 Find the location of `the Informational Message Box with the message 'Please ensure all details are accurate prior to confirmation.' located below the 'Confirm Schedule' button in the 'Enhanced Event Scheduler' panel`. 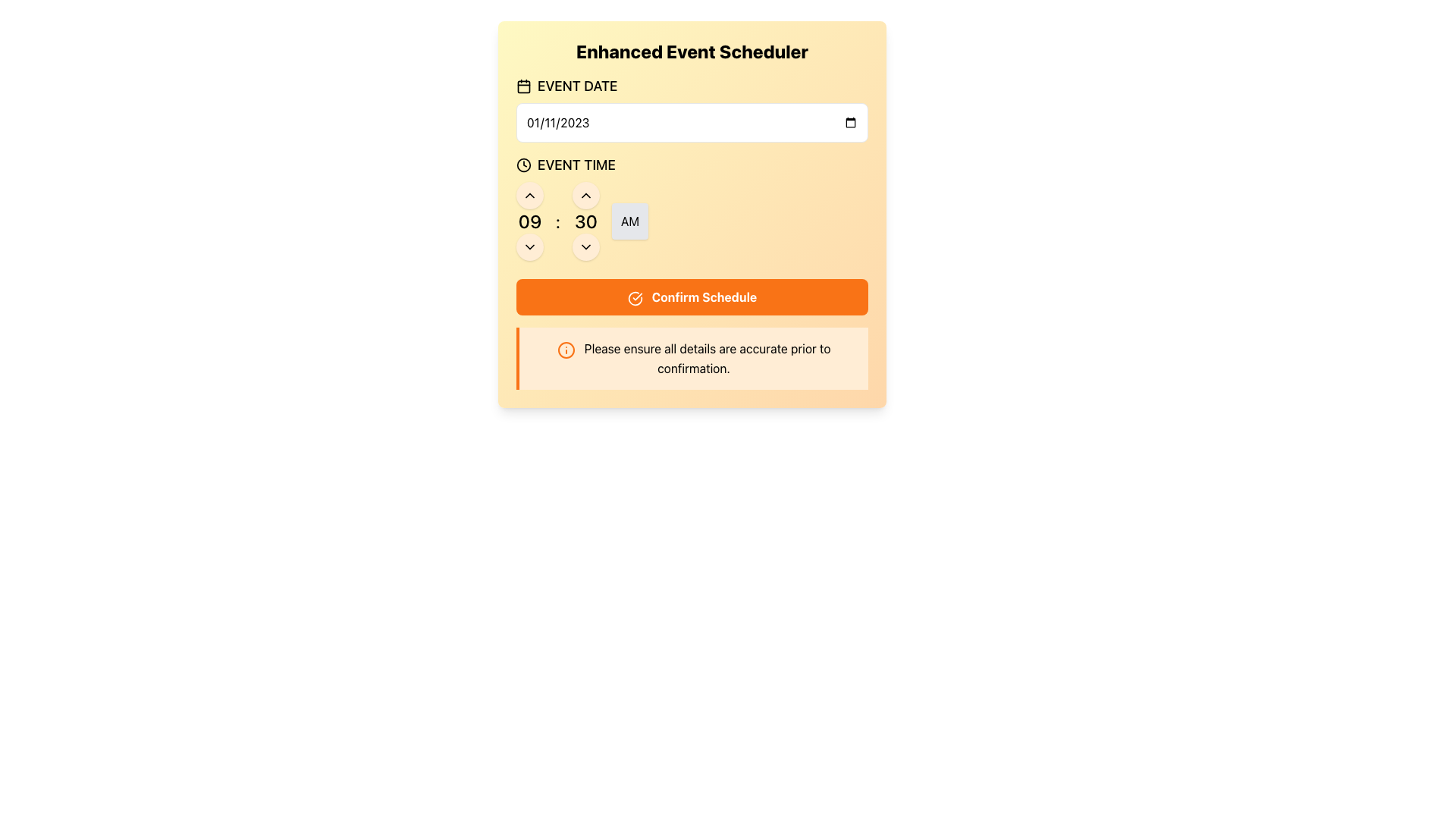

the Informational Message Box with the message 'Please ensure all details are accurate prior to confirmation.' located below the 'Confirm Schedule' button in the 'Enhanced Event Scheduler' panel is located at coordinates (691, 357).